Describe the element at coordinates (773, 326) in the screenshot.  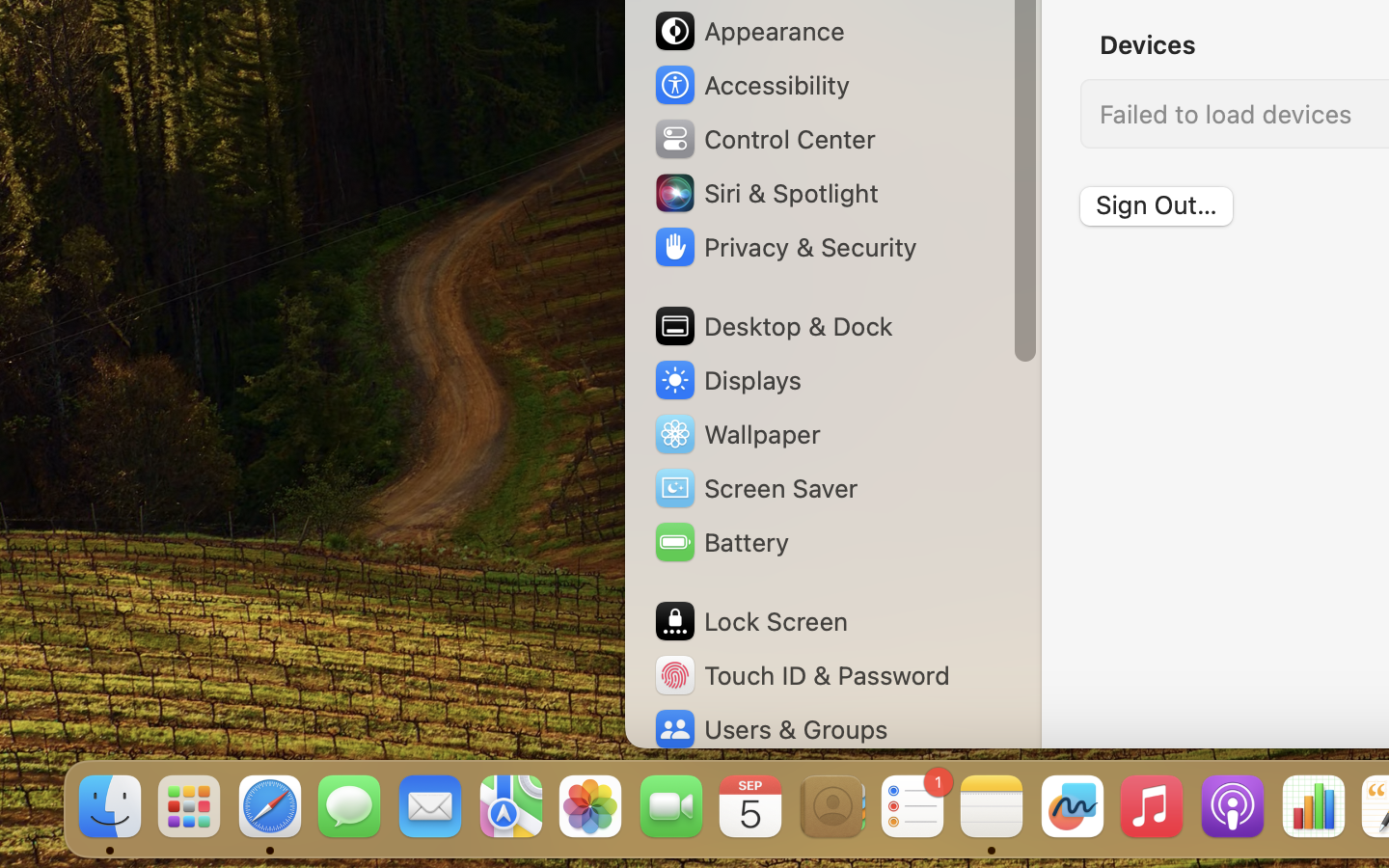
I see `'Desktop & Dock'` at that location.